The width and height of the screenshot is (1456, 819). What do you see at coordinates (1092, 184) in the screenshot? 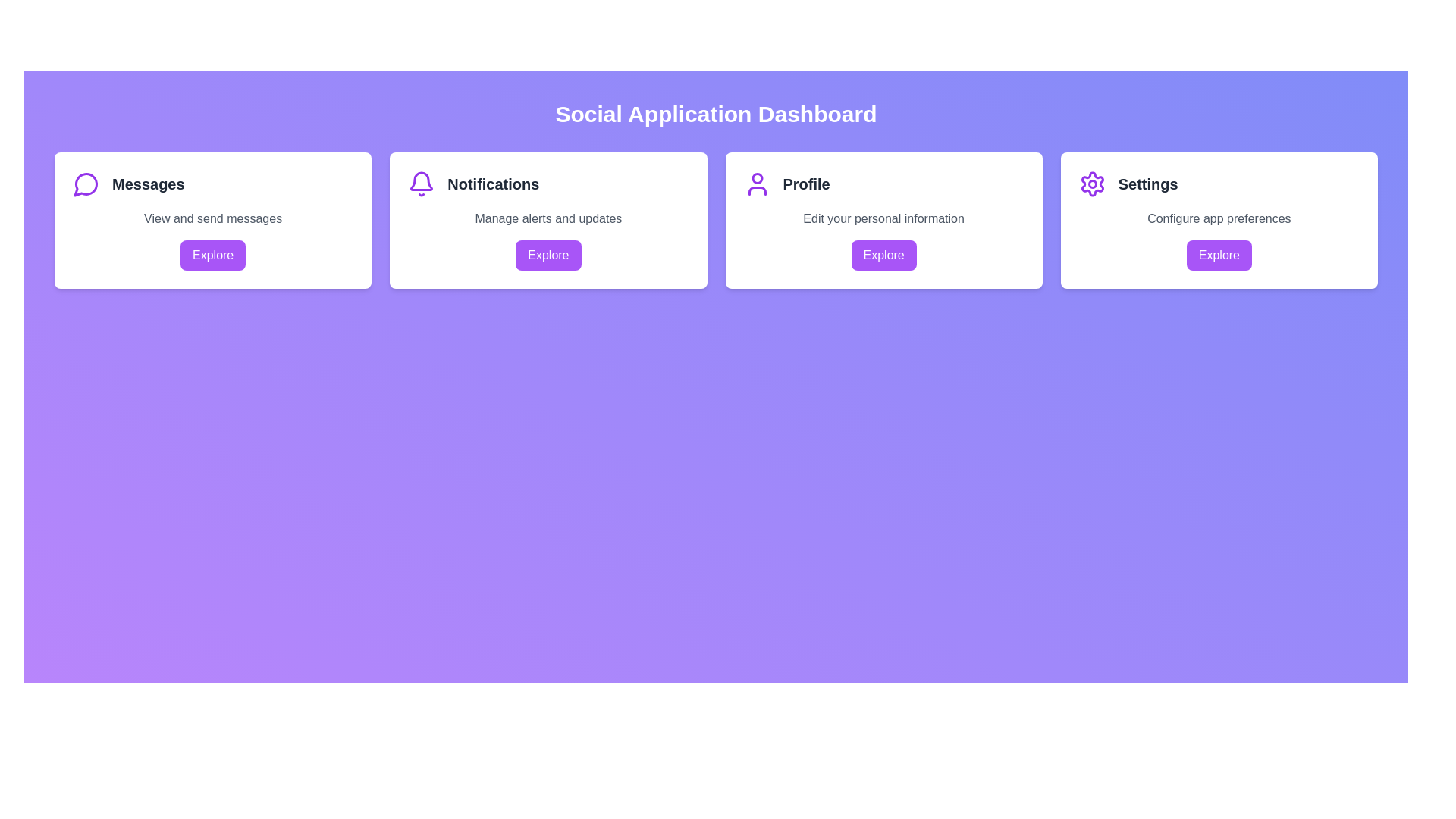
I see `the cogwheel icon representing 'Settings' located in the fourth card of the horizontal row of cards` at bounding box center [1092, 184].